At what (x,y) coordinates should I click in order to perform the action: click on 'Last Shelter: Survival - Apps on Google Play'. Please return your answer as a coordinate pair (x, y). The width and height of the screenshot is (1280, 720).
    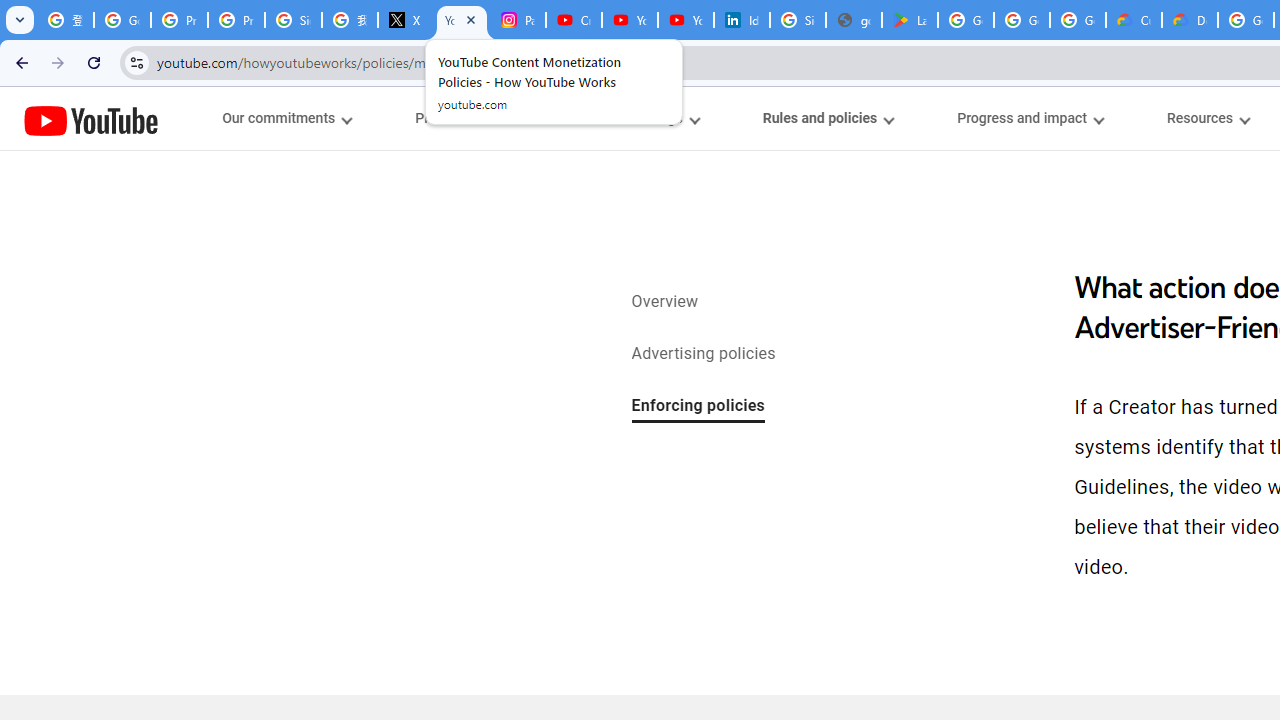
    Looking at the image, I should click on (909, 20).